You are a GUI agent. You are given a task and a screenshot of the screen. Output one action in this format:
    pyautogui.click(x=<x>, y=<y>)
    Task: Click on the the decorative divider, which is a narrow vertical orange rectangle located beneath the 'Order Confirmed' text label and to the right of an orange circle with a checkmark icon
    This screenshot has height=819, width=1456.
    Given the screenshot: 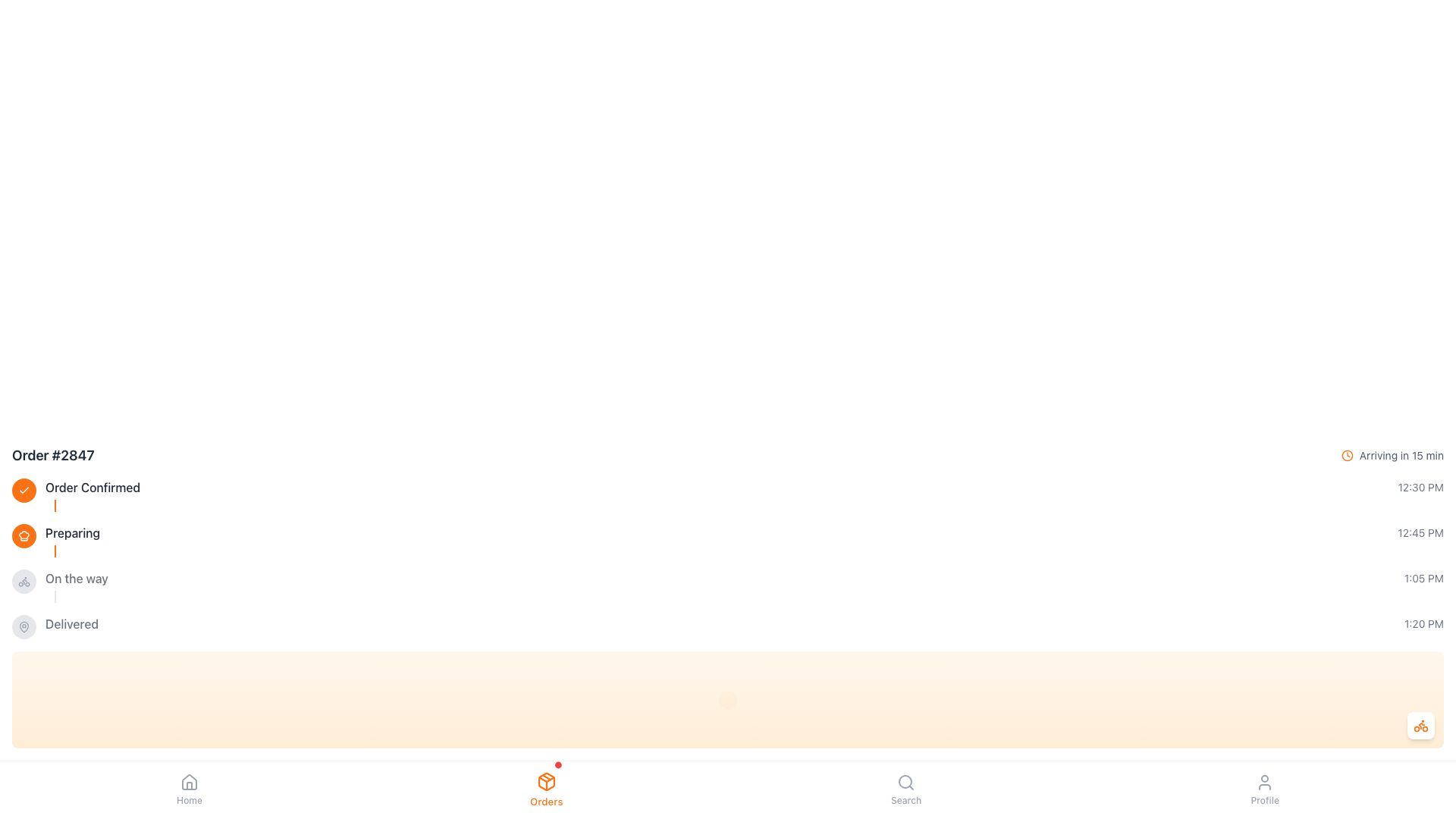 What is the action you would take?
    pyautogui.click(x=55, y=506)
    